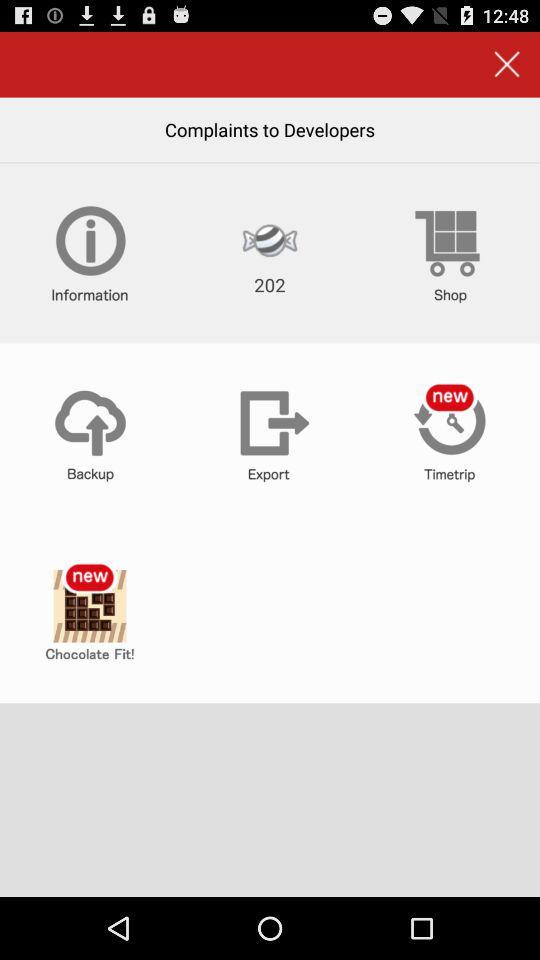 This screenshot has height=960, width=540. What do you see at coordinates (507, 64) in the screenshot?
I see `the complements to developer window` at bounding box center [507, 64].